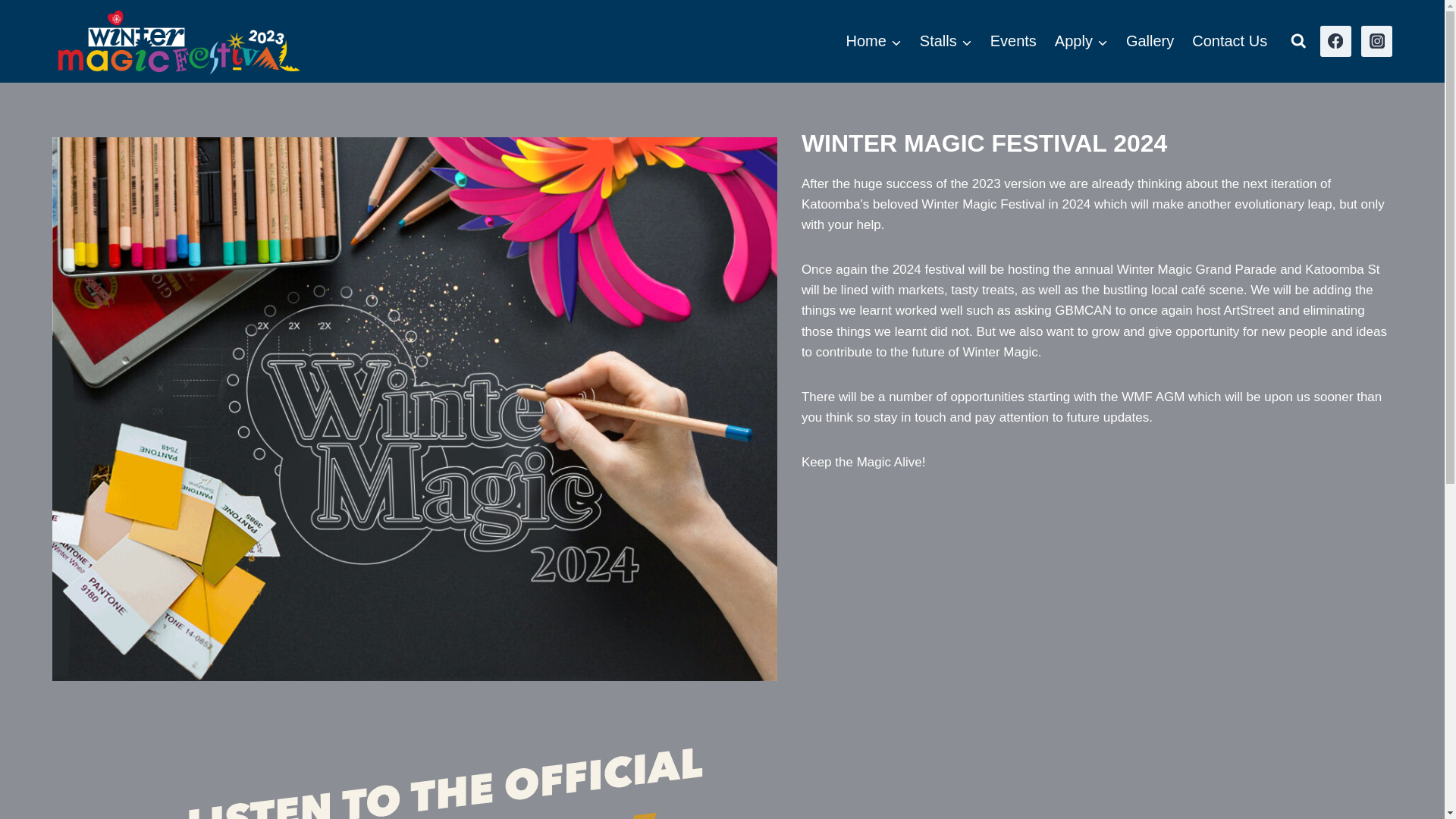 The width and height of the screenshot is (1456, 819). Describe the element at coordinates (1013, 40) in the screenshot. I see `'Events'` at that location.